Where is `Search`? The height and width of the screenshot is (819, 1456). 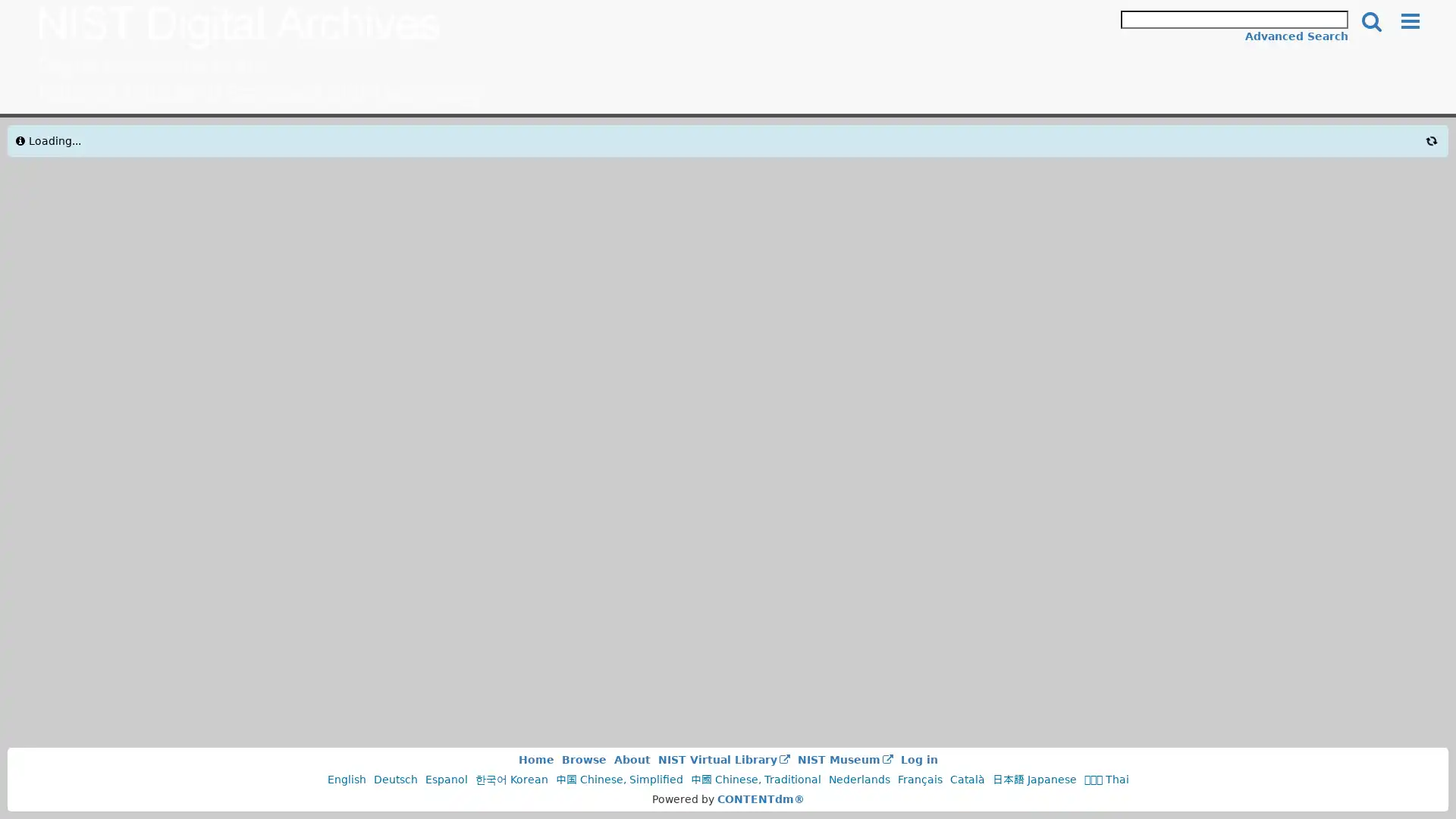 Search is located at coordinates (1372, 21).